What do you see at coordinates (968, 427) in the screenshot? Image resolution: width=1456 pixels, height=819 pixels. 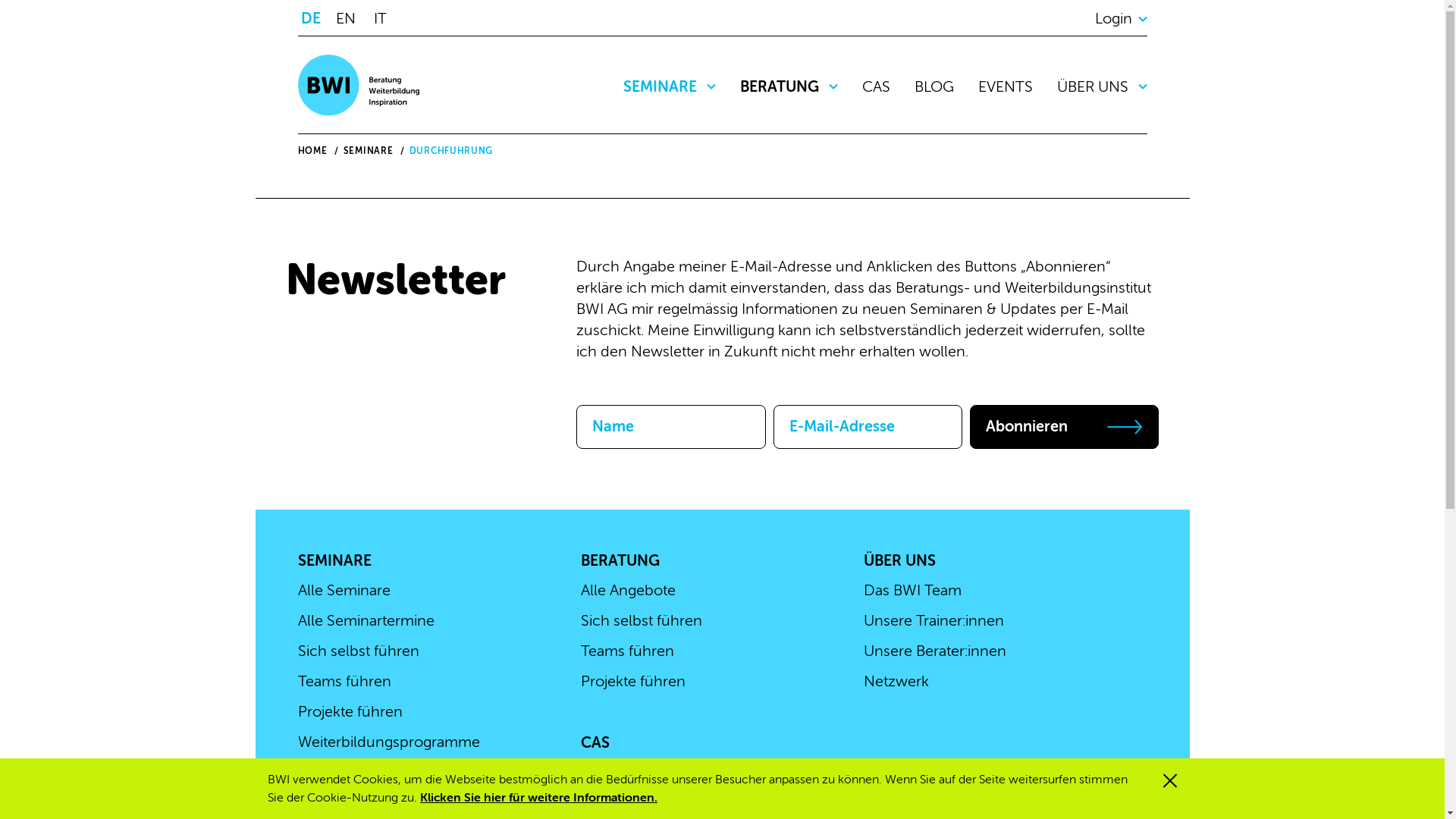 I see `'Abonnieren'` at bounding box center [968, 427].